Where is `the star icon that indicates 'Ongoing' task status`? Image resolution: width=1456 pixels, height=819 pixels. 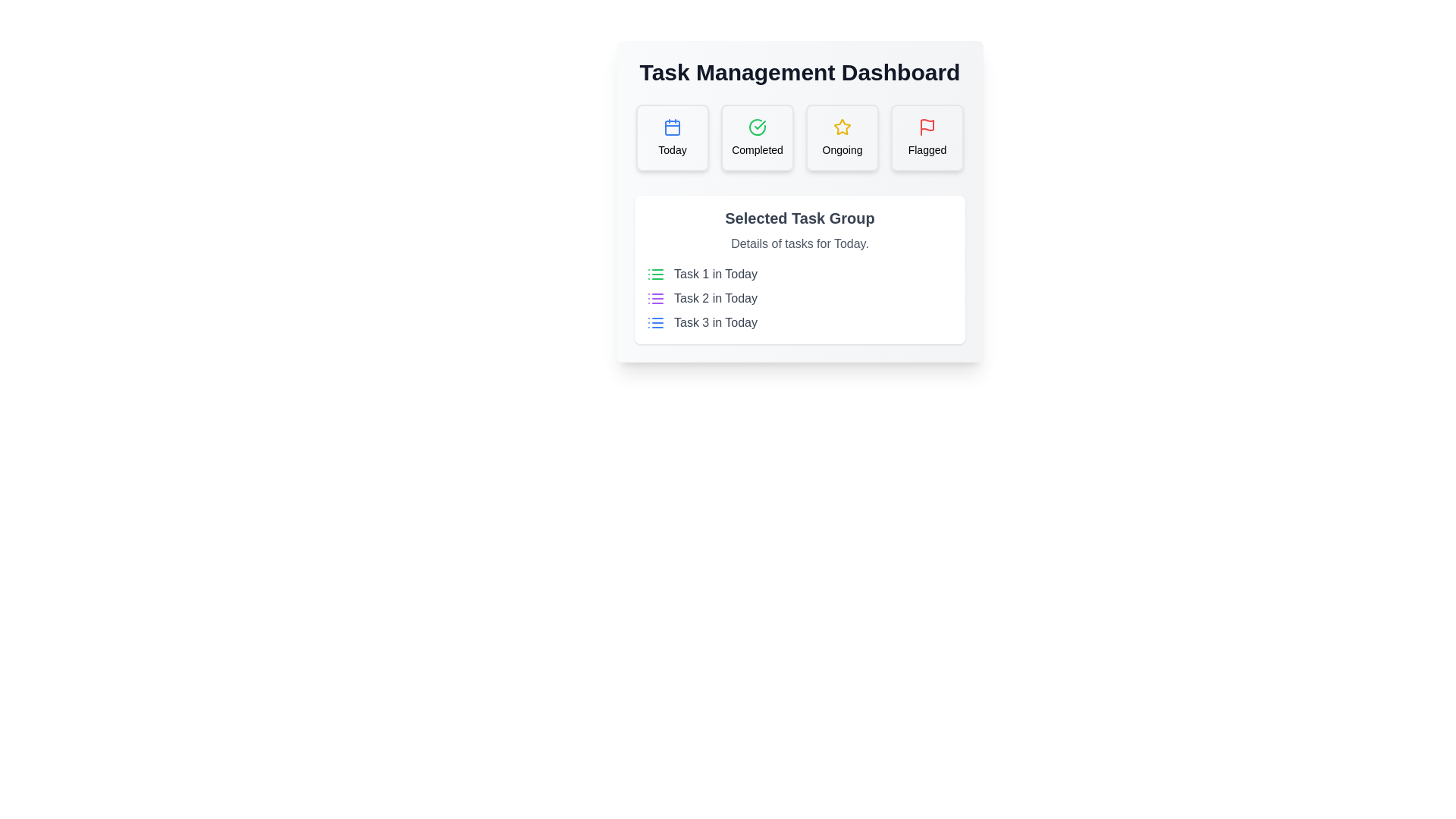 the star icon that indicates 'Ongoing' task status is located at coordinates (841, 126).